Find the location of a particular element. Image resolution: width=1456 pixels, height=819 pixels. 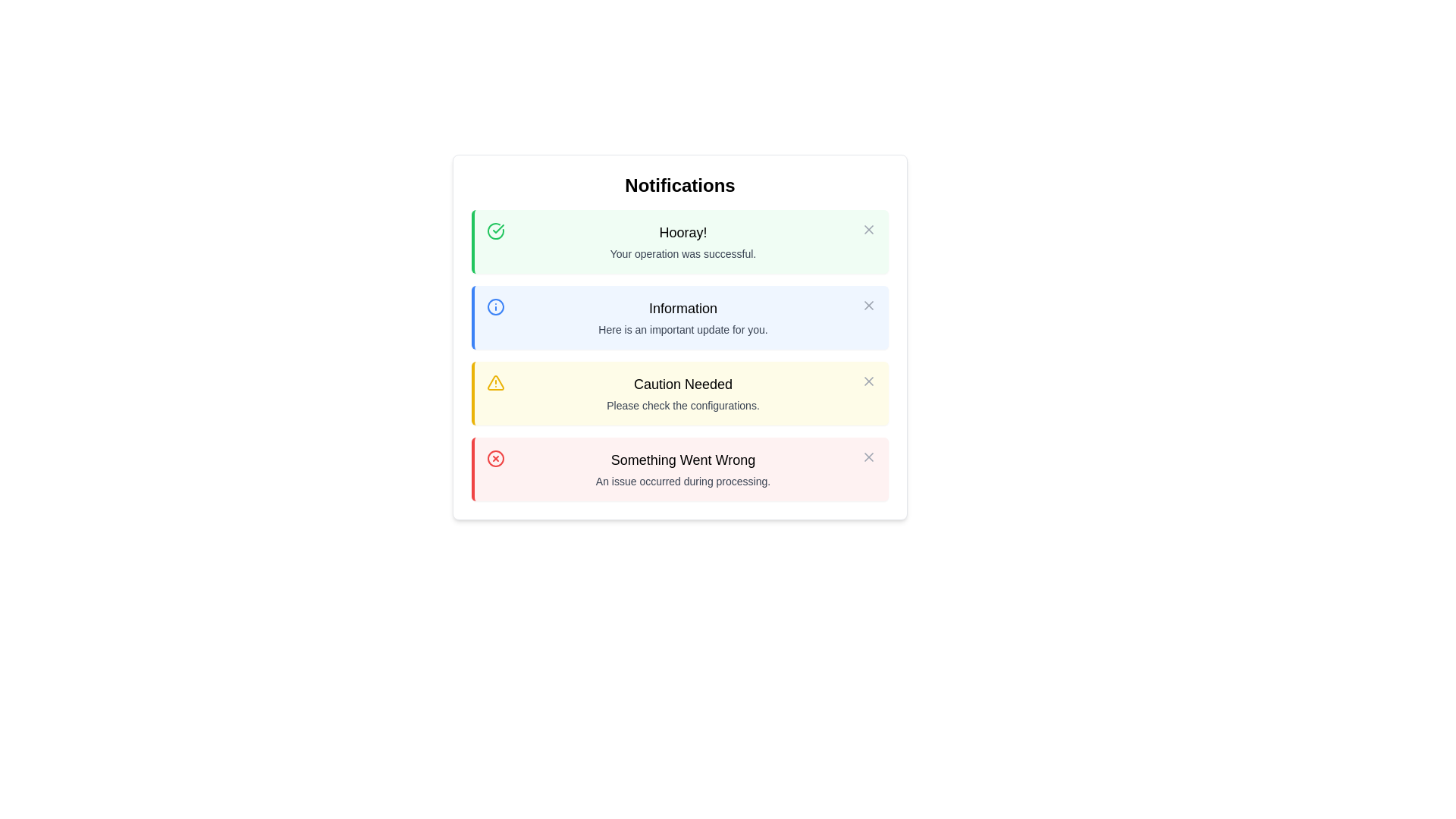

the static text 'Hooray!' which is styled with a medium font weight and large size, located within the first notification box of the 'Notifications' section, centered between the green checkmark icon and the close button is located at coordinates (682, 233).